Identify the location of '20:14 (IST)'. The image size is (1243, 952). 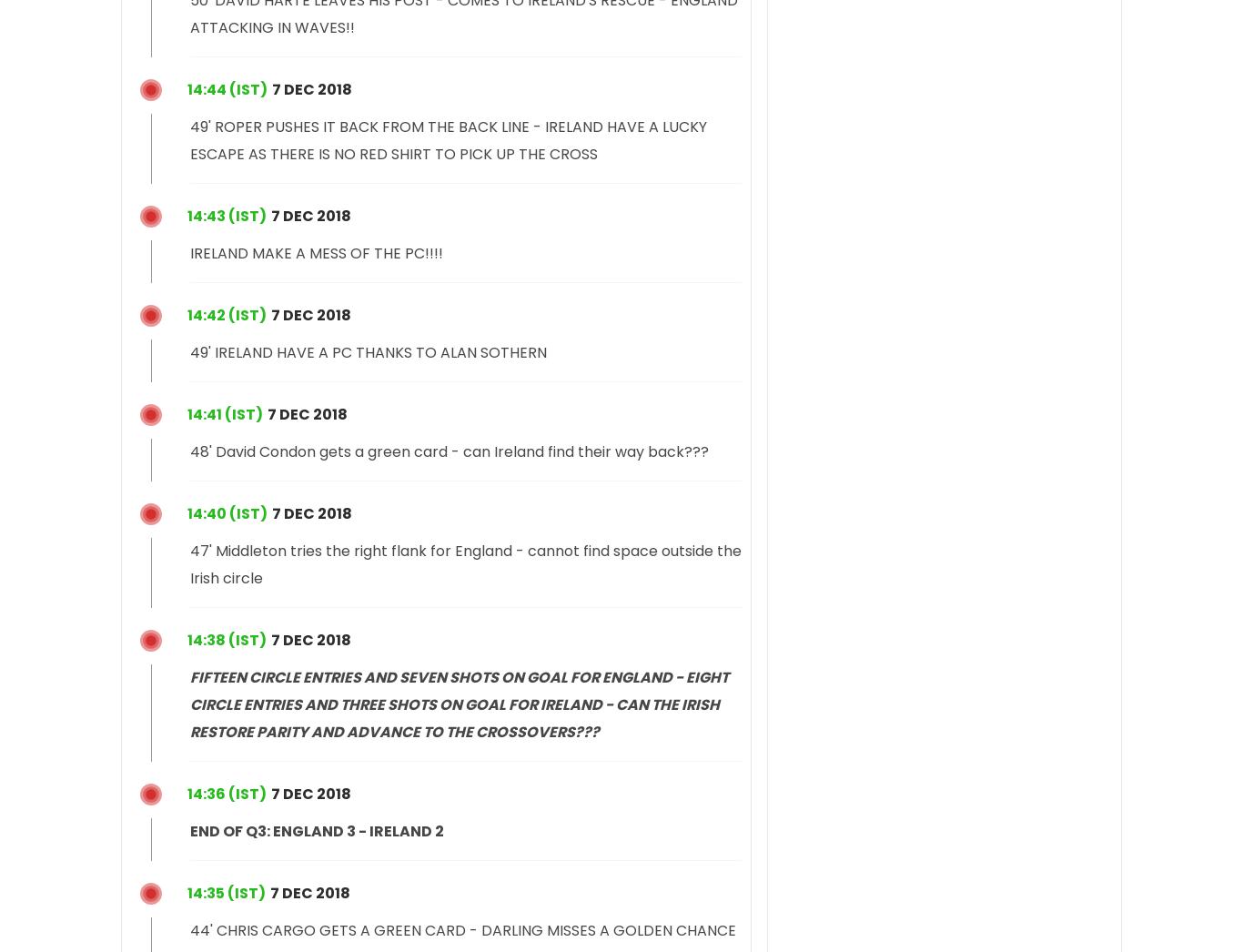
(227, 88).